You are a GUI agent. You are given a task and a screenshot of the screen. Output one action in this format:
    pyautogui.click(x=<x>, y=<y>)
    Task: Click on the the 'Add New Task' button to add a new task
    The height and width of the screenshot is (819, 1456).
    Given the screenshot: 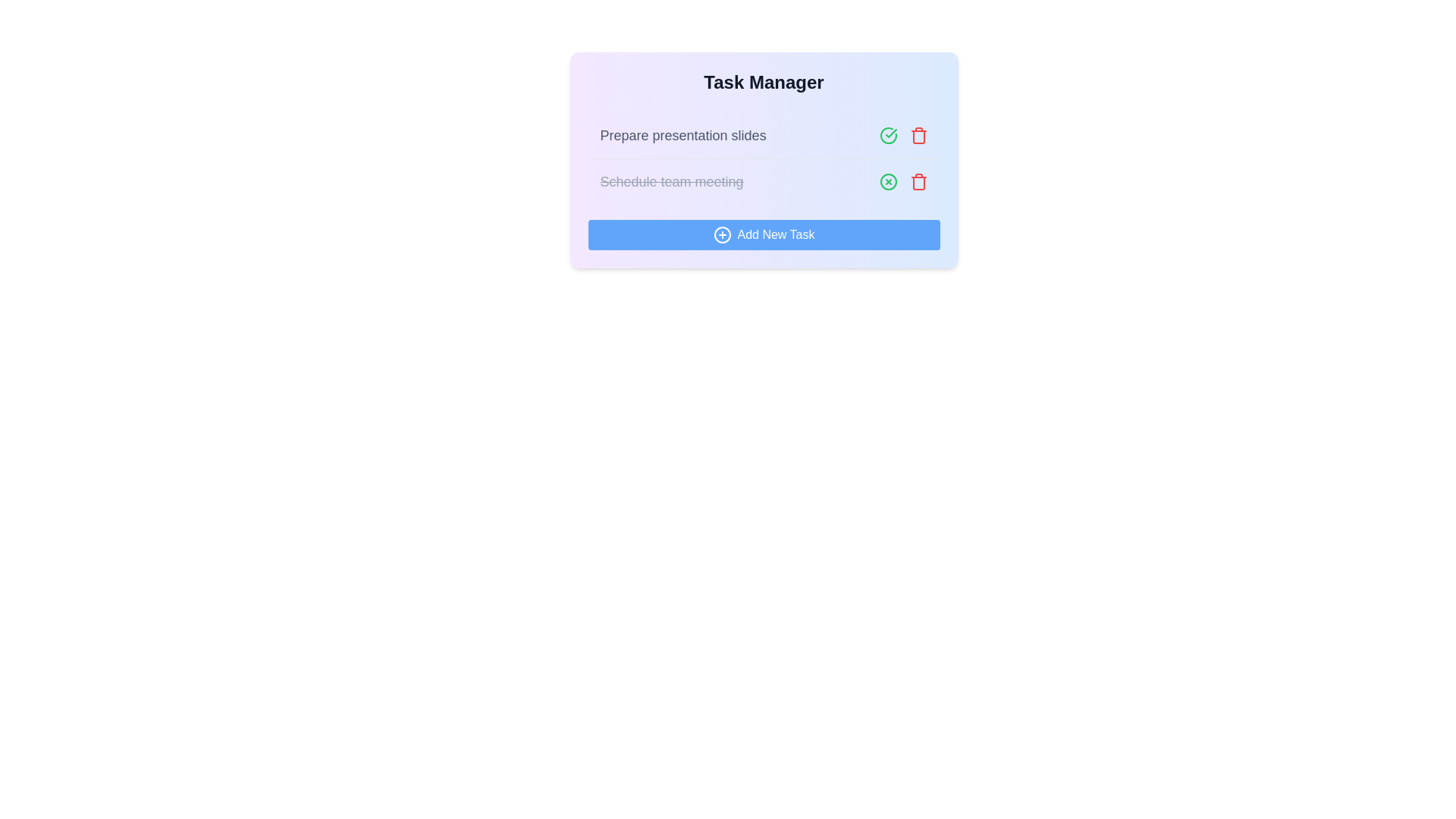 What is the action you would take?
    pyautogui.click(x=764, y=234)
    